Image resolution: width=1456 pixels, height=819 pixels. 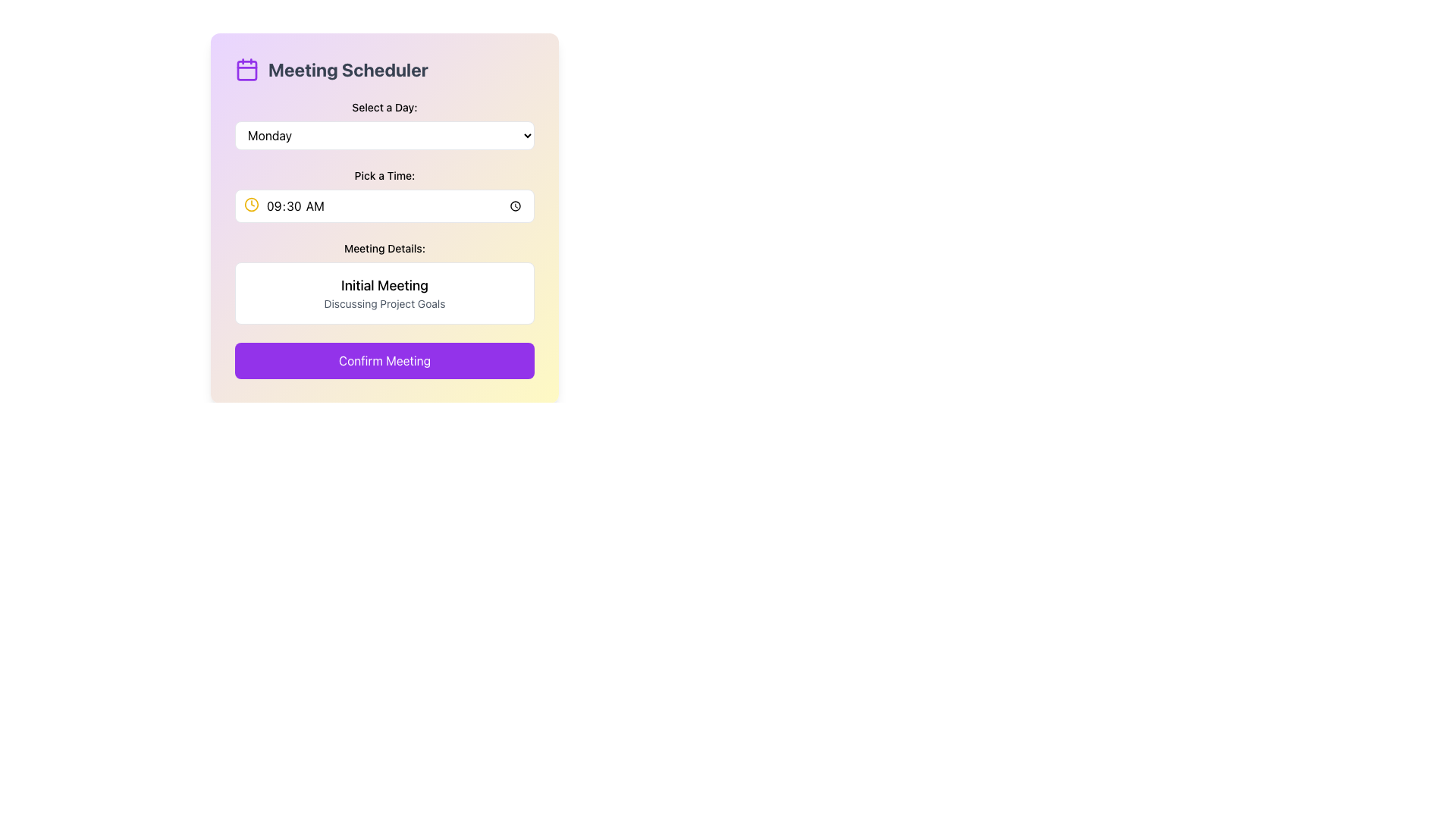 I want to click on text component displaying 'Discussing Project Goals' located beneath the header 'Initial Meeting' in the 'Meeting Details' section, so click(x=384, y=304).